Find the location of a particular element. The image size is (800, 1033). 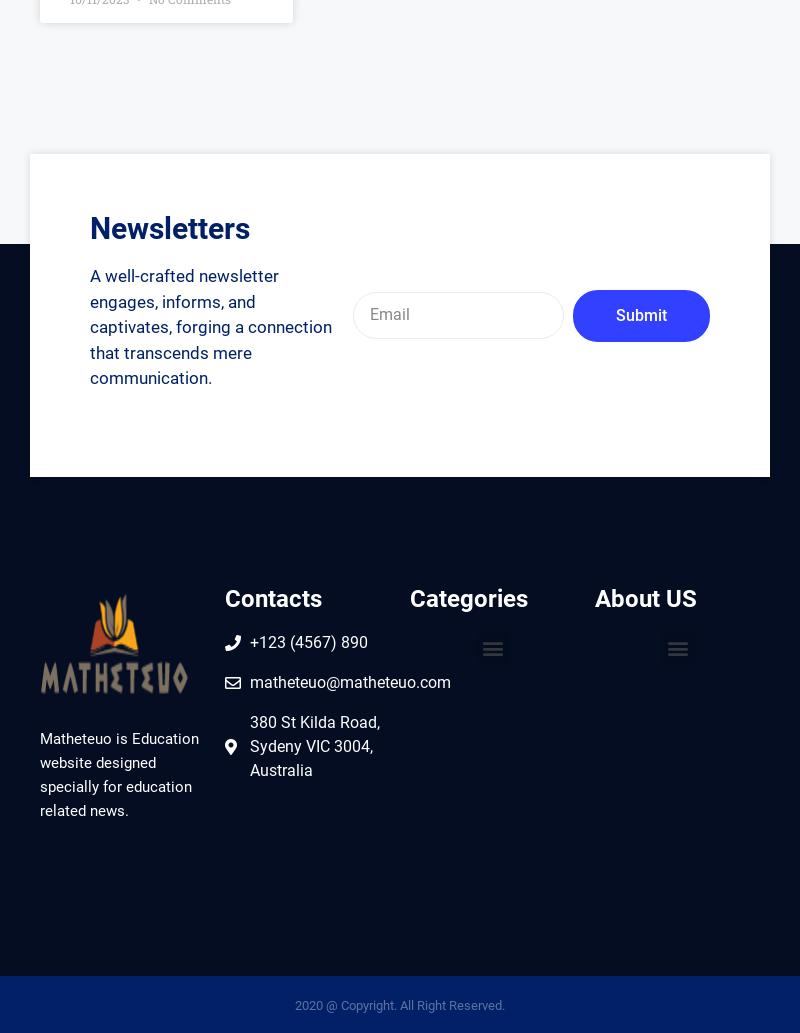

'+123 (4567) 890' is located at coordinates (307, 641).